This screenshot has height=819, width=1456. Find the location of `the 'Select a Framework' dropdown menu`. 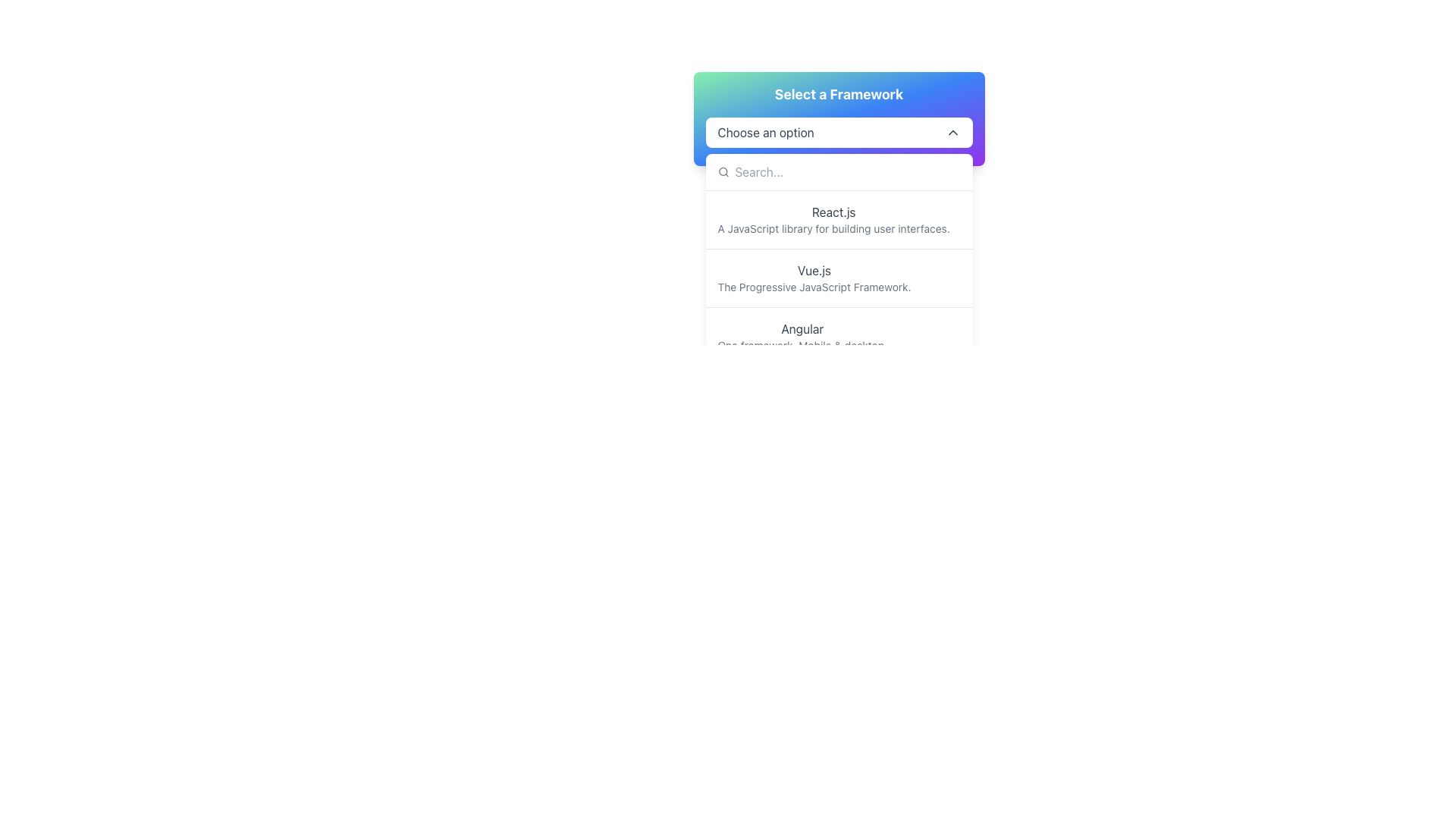

the 'Select a Framework' dropdown menu is located at coordinates (838, 118).